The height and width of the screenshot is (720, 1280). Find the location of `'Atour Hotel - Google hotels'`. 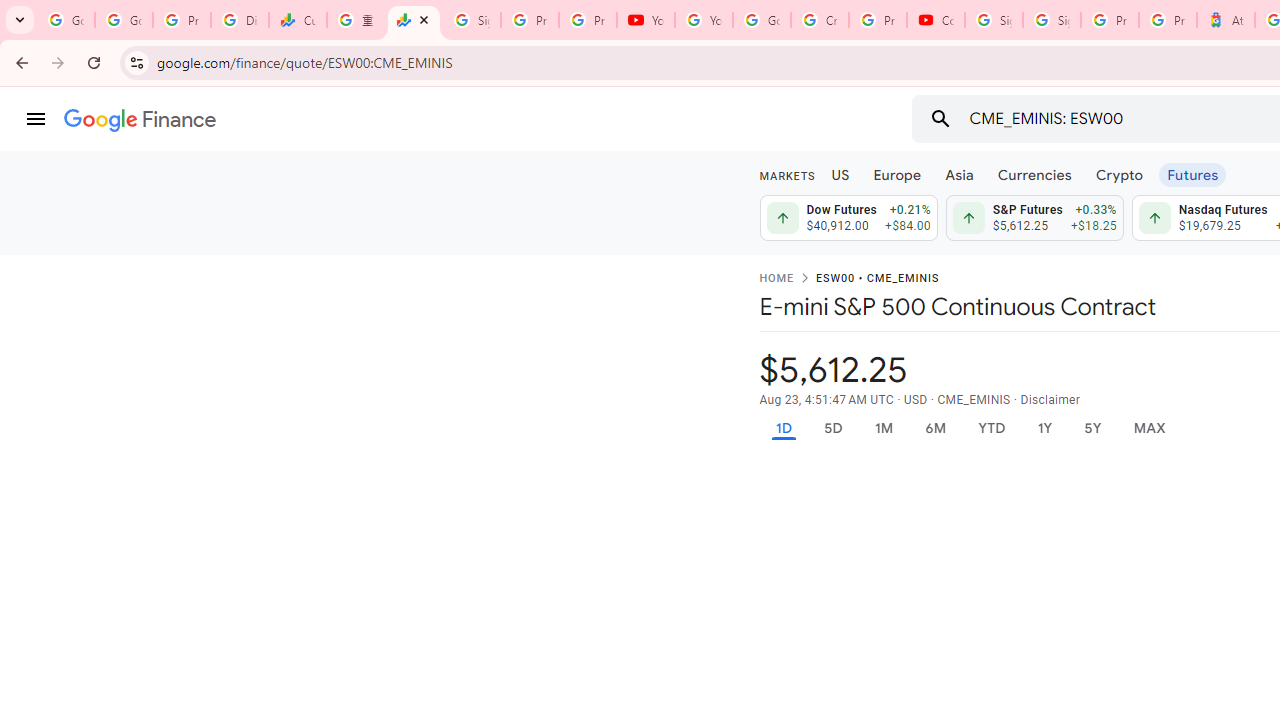

'Atour Hotel - Google hotels' is located at coordinates (1225, 20).